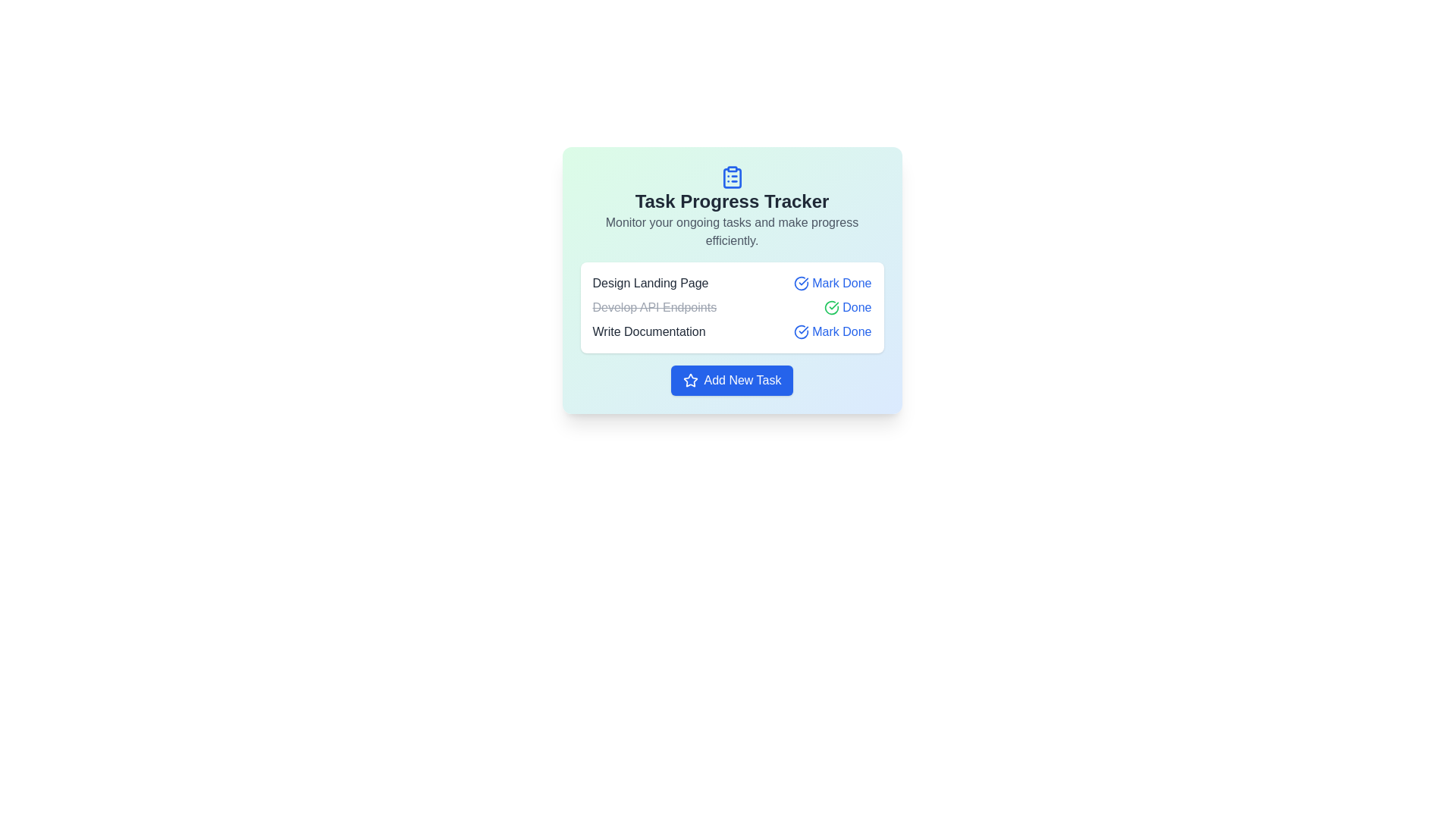  I want to click on the icon located to the left of the 'Add New Task' button, which visually enhances the button's appearance, so click(689, 379).